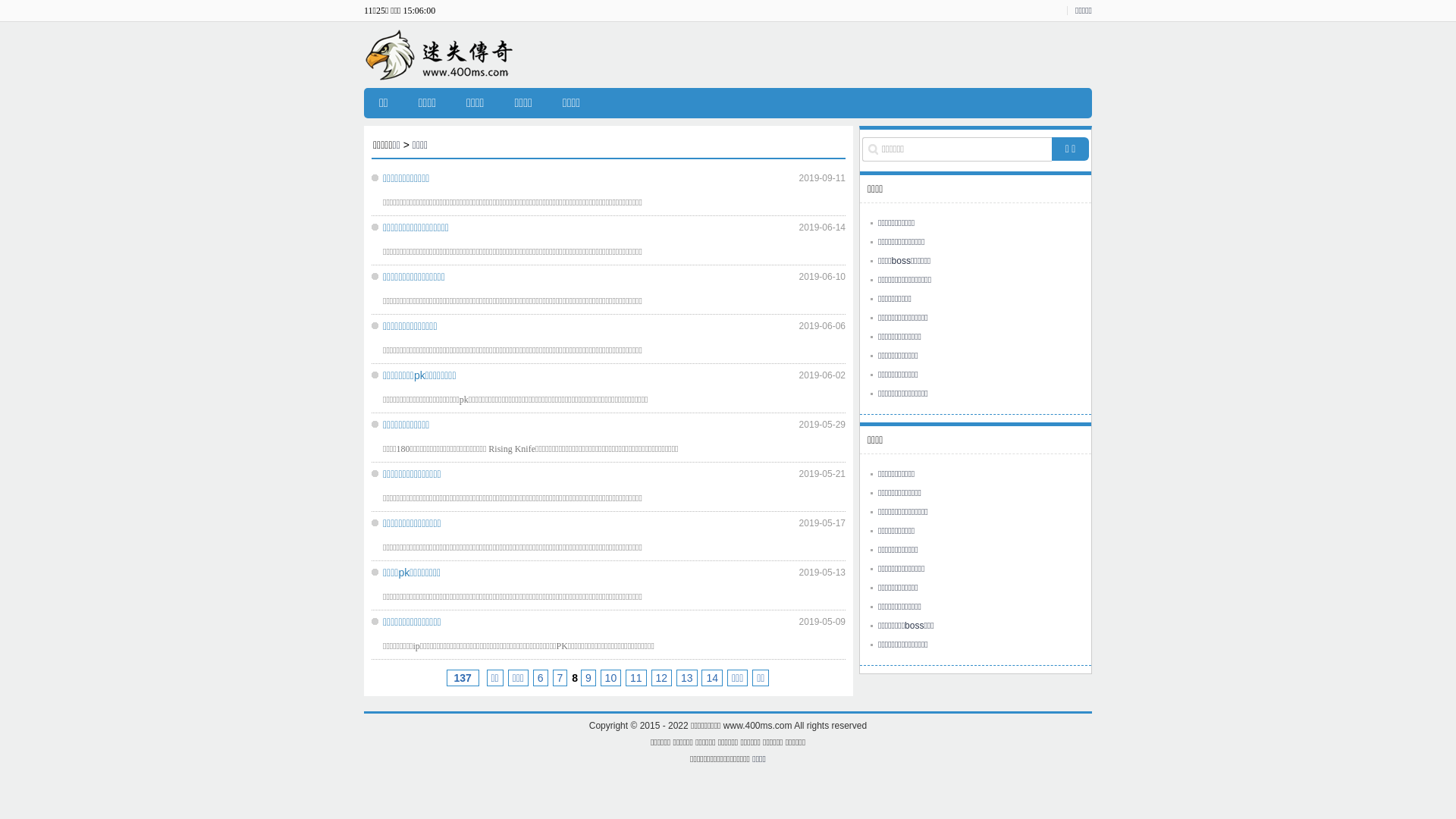 The width and height of the screenshot is (1456, 819). What do you see at coordinates (662, 677) in the screenshot?
I see `'12'` at bounding box center [662, 677].